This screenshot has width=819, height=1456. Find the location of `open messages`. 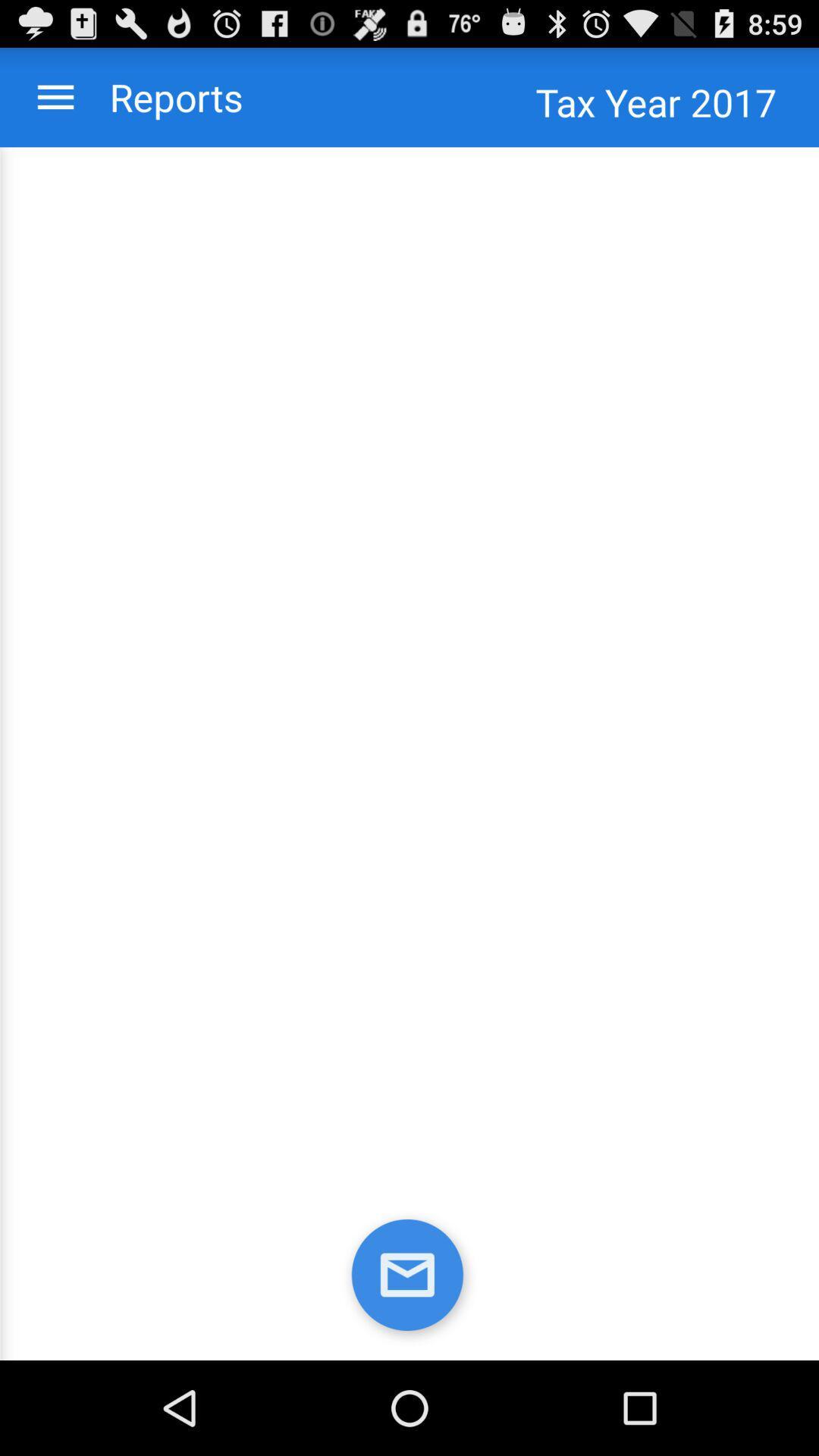

open messages is located at coordinates (409, 1277).